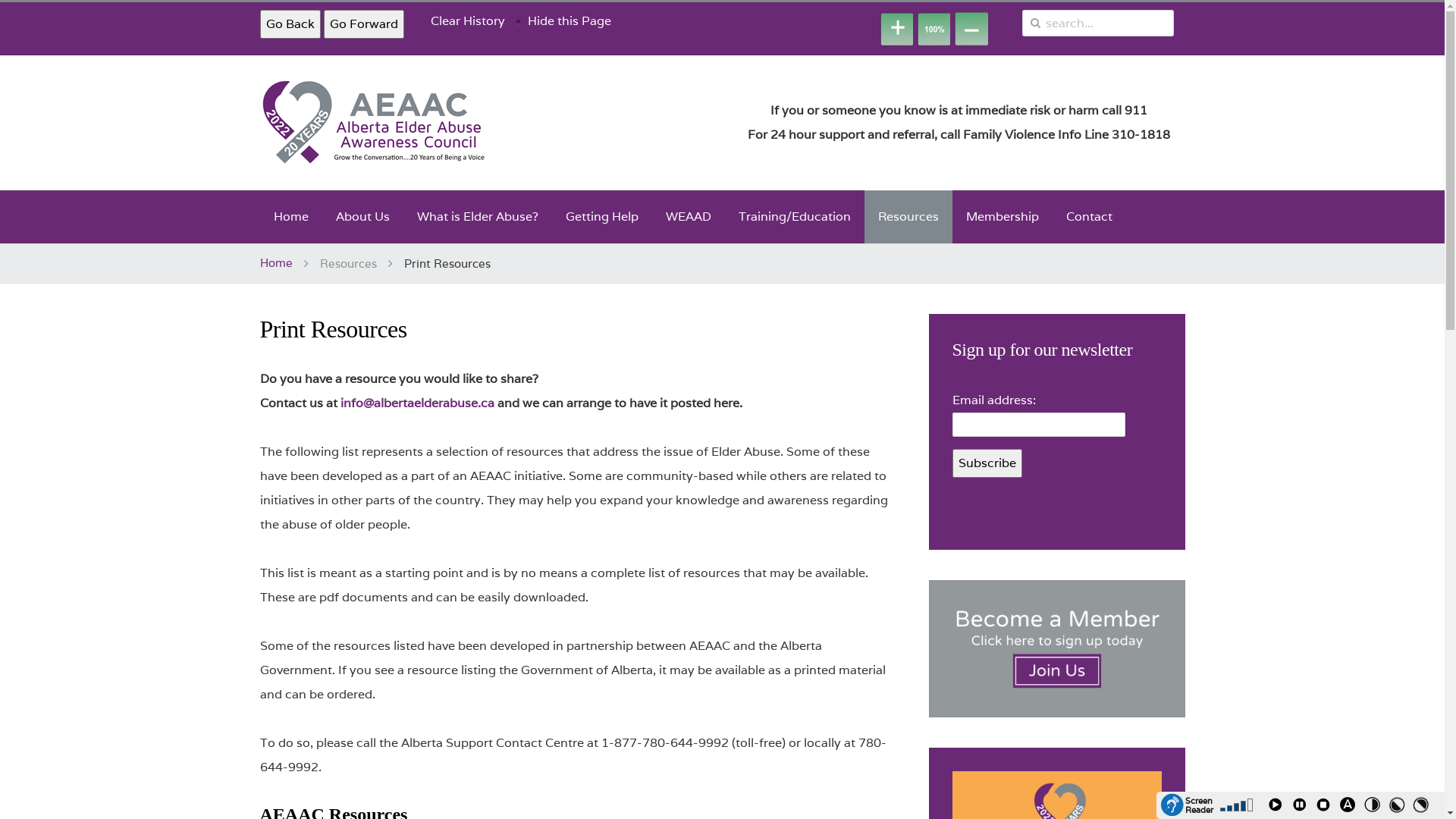 Image resolution: width=1456 pixels, height=819 pixels. What do you see at coordinates (361, 216) in the screenshot?
I see `'About Us'` at bounding box center [361, 216].